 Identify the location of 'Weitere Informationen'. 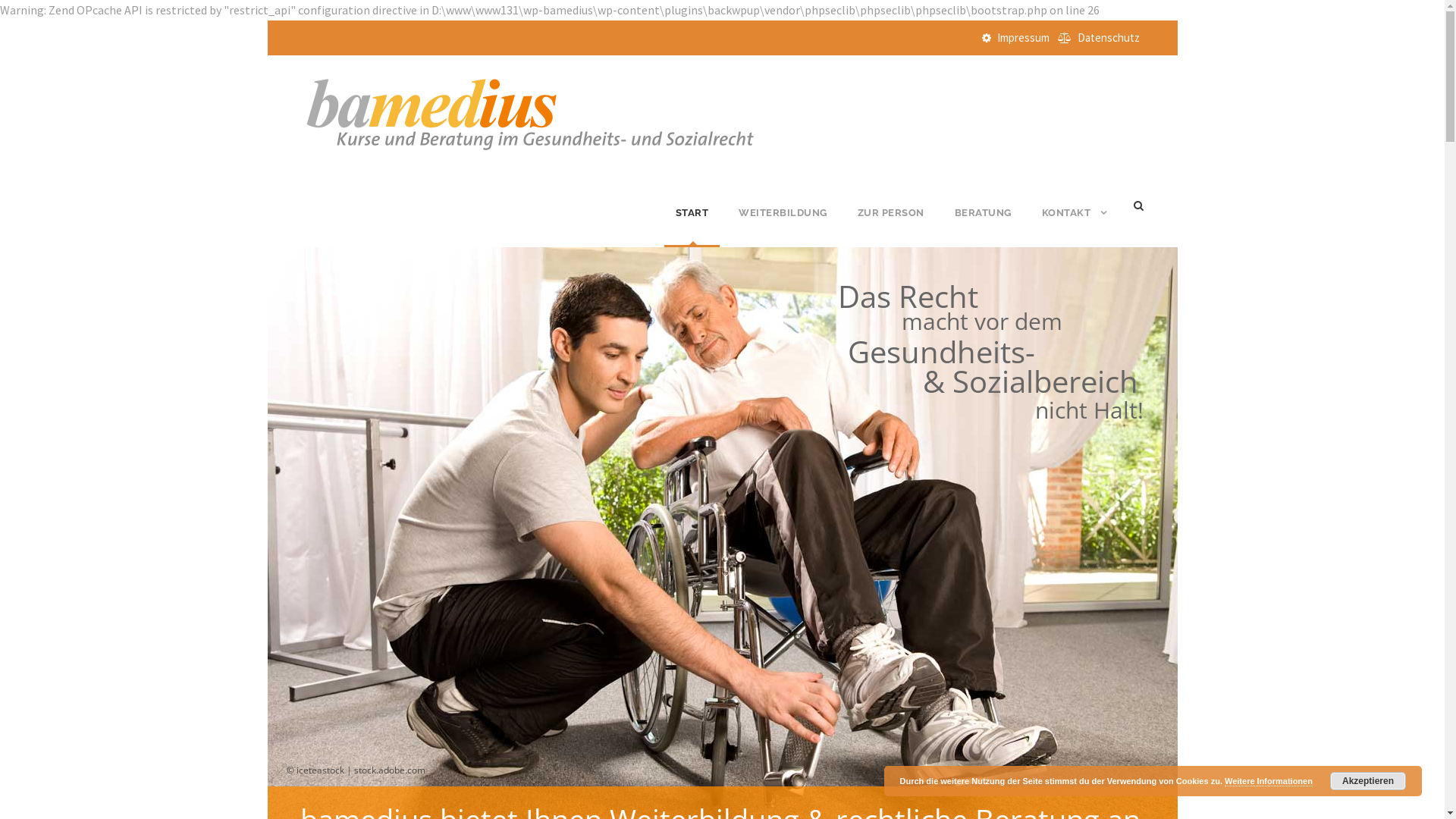
(1224, 781).